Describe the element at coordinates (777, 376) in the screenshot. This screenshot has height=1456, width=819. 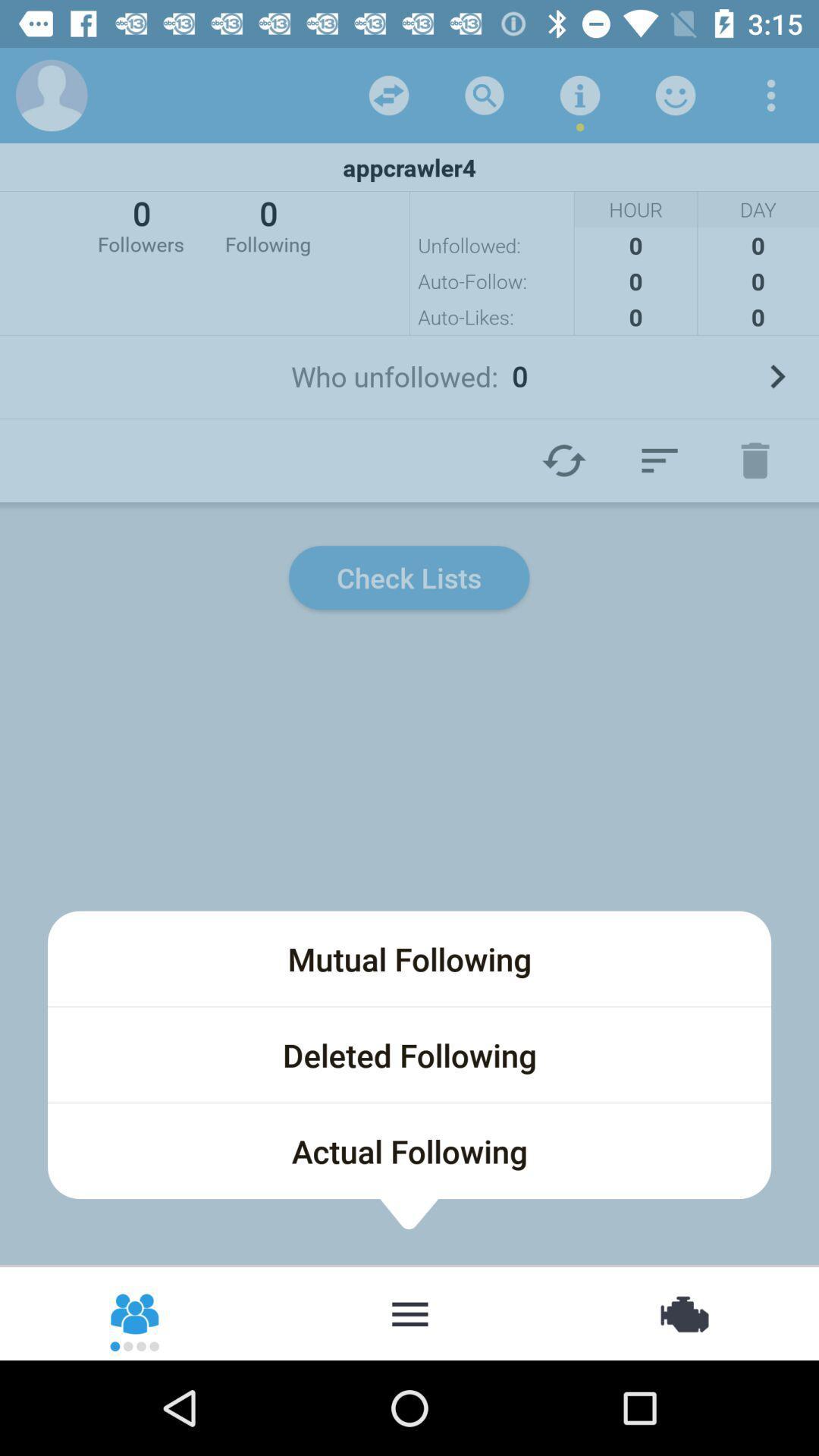
I see `the item next to the who unfollowed:  0 icon` at that location.